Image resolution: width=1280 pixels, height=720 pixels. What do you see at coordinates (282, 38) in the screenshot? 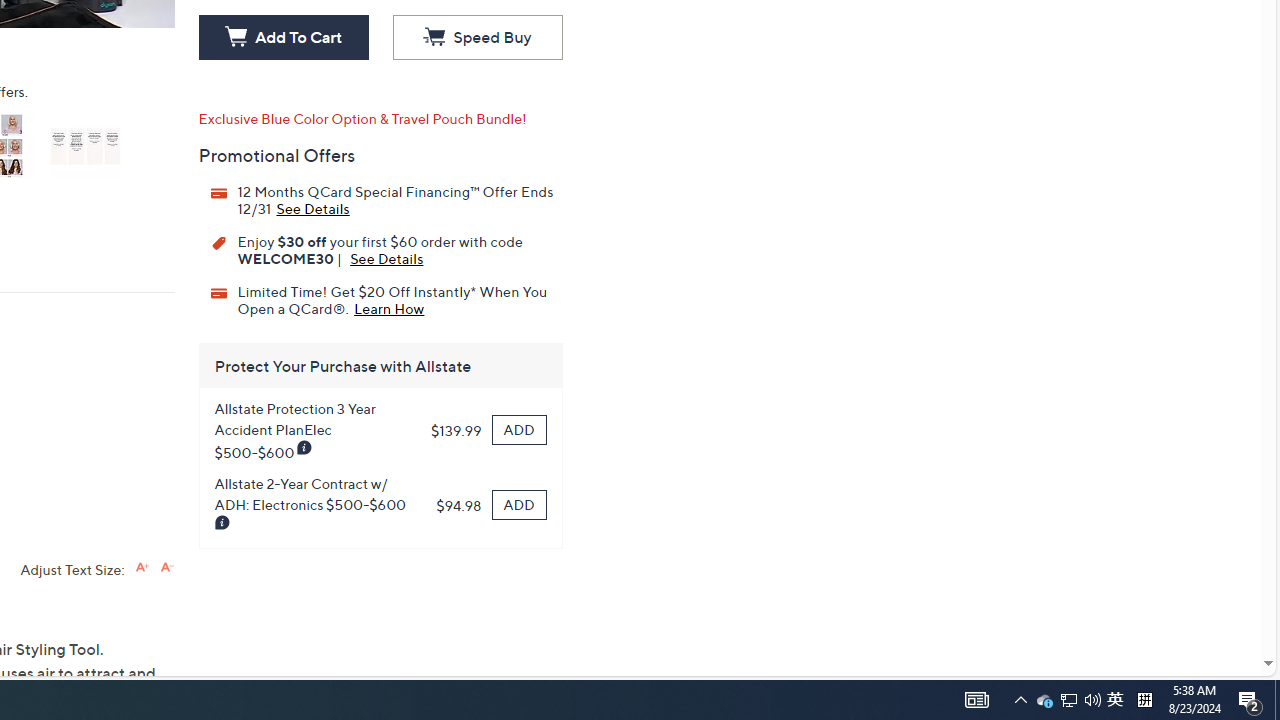
I see `'Add To Cart'` at bounding box center [282, 38].